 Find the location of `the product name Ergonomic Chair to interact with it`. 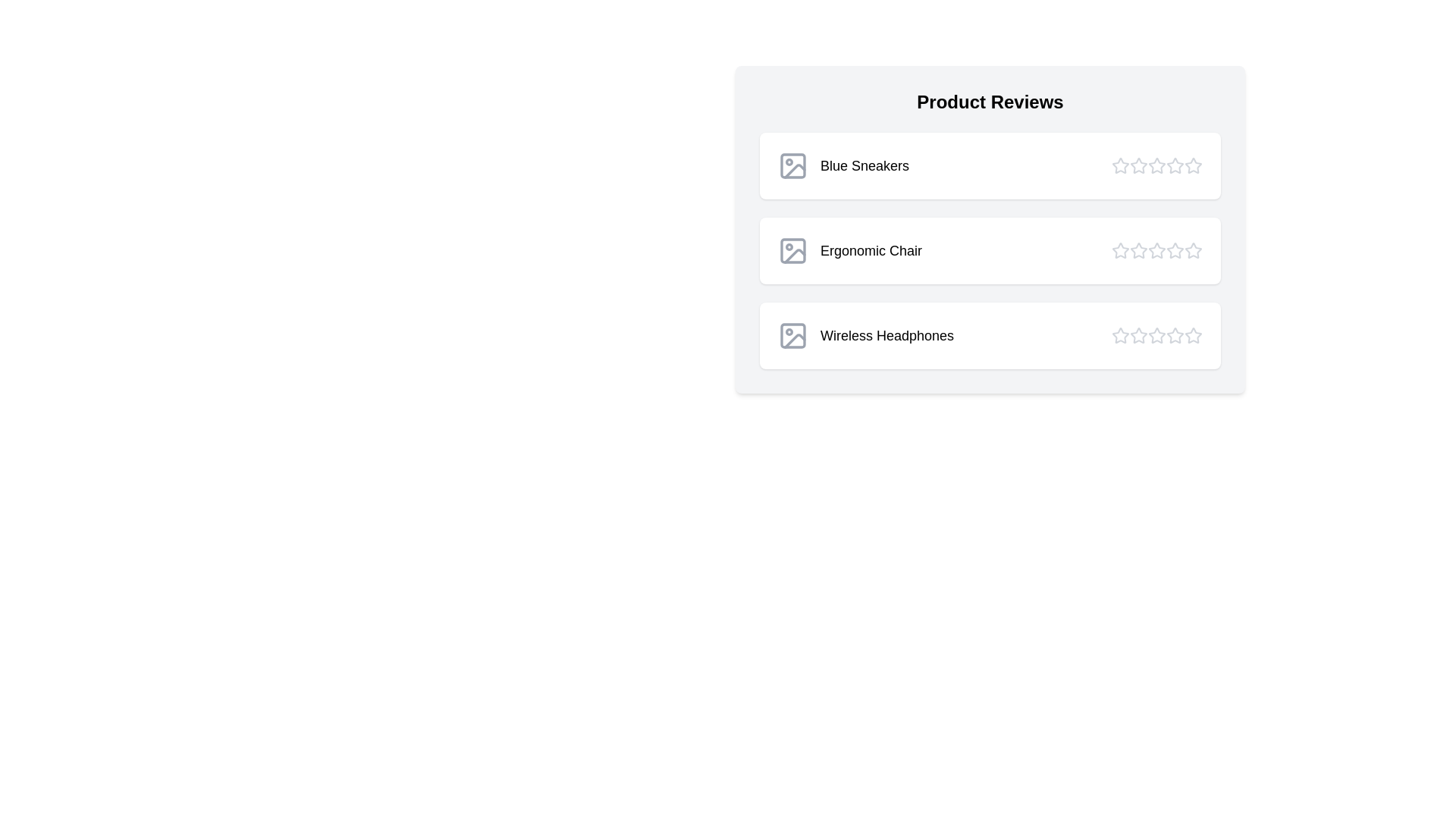

the product name Ergonomic Chair to interact with it is located at coordinates (871, 250).